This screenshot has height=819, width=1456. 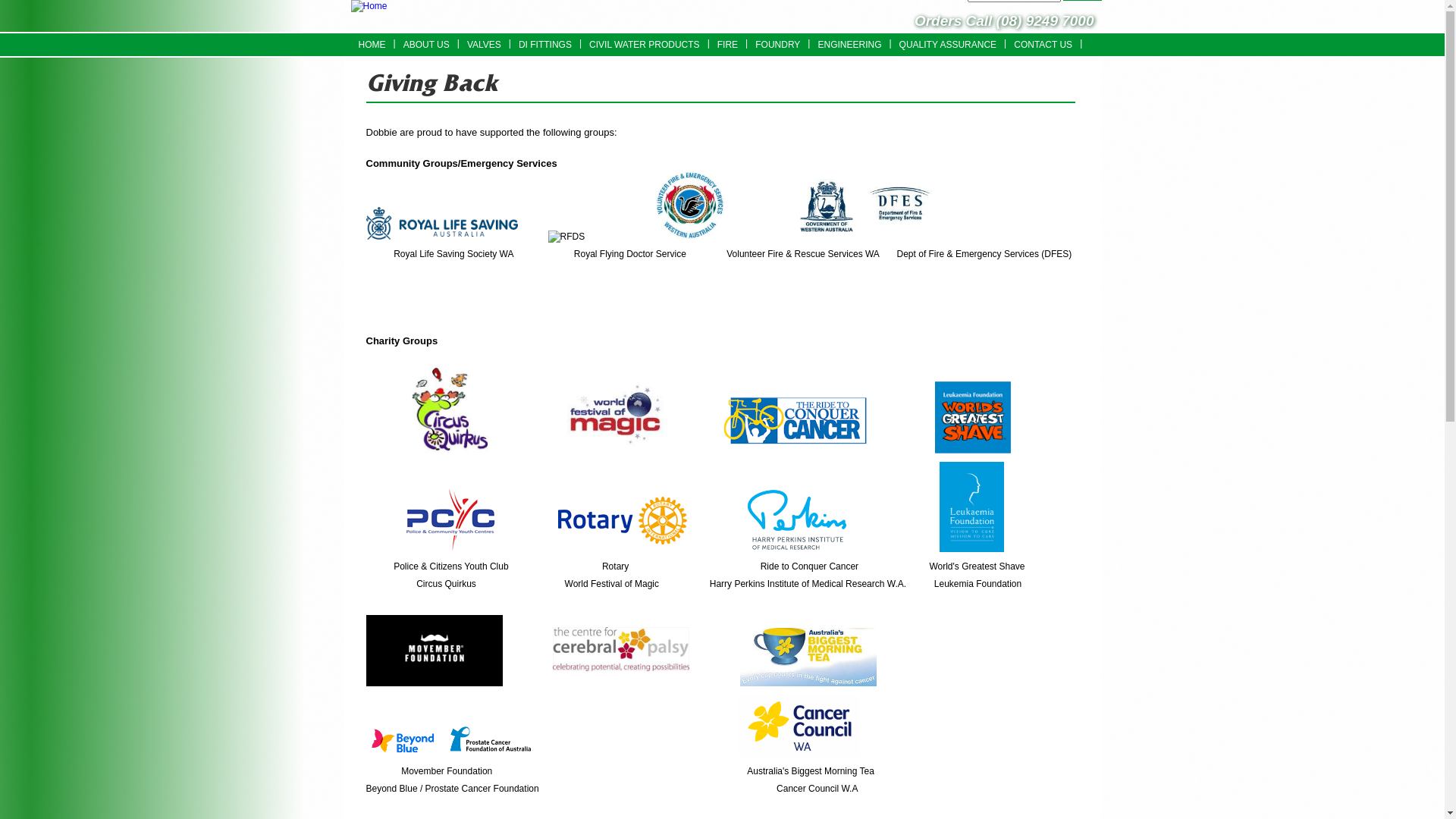 I want to click on 'C Palsy', so click(x=621, y=648).